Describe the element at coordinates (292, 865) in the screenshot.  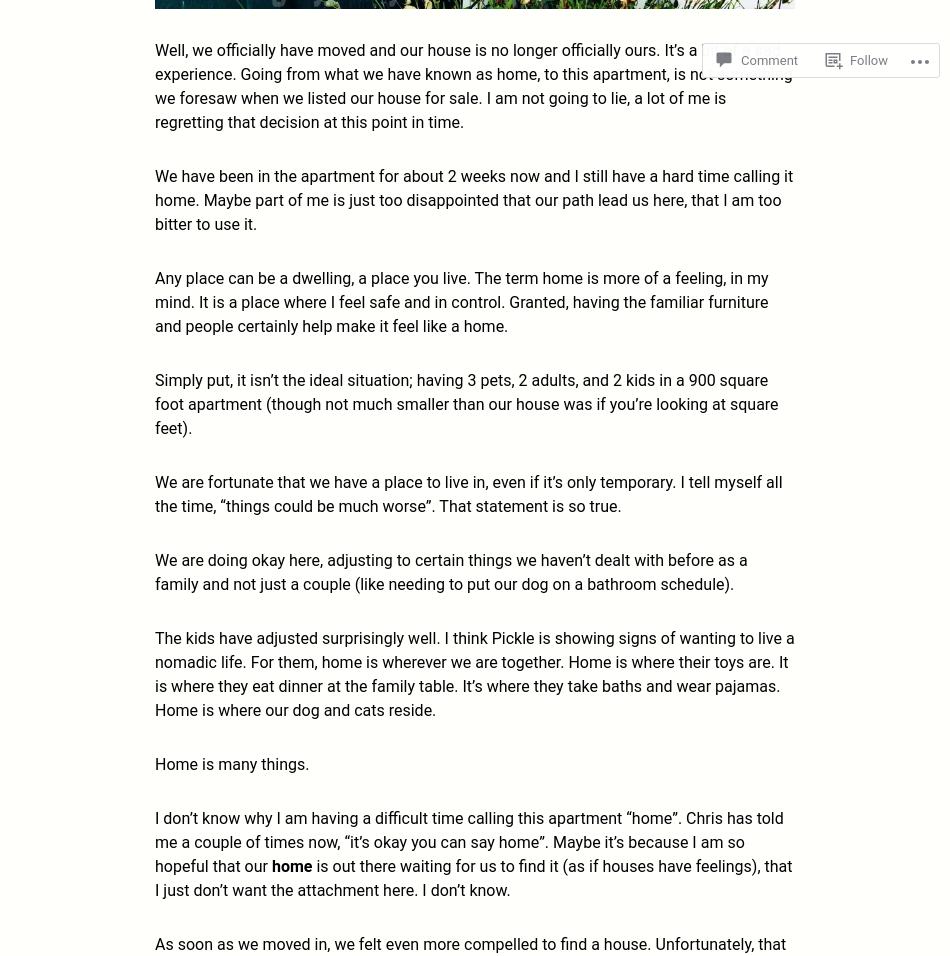
I see `'home'` at that location.